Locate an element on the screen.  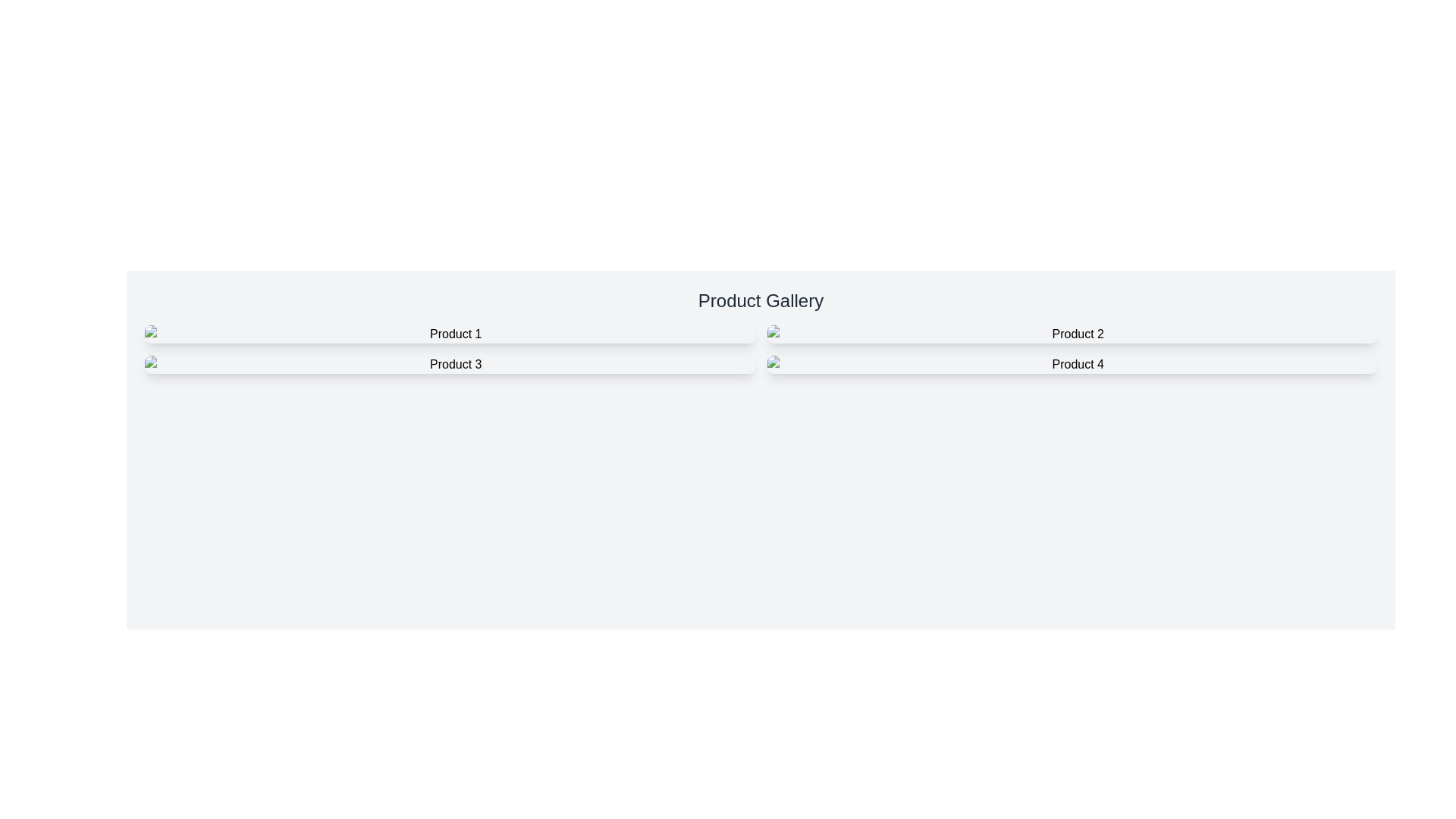
the clickable product card located in the second row, first column of the product gallery is located at coordinates (449, 365).